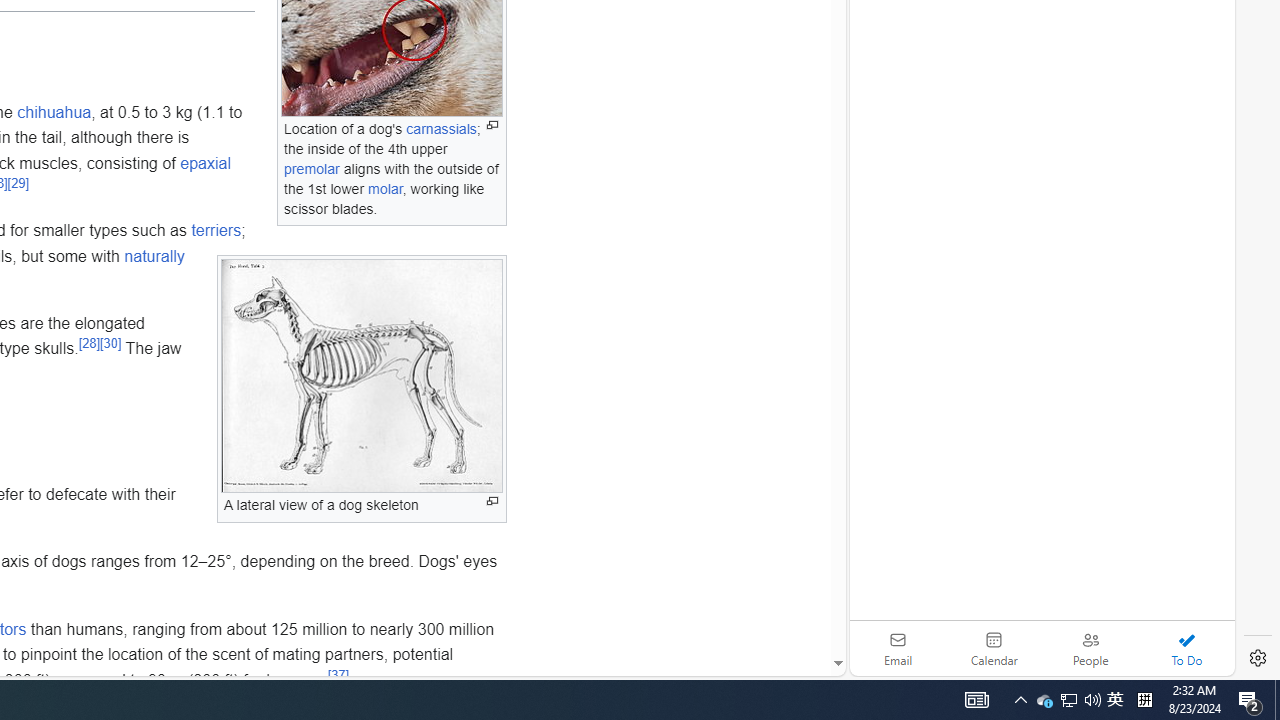 This screenshot has width=1280, height=720. I want to click on 'terriers', so click(216, 229).